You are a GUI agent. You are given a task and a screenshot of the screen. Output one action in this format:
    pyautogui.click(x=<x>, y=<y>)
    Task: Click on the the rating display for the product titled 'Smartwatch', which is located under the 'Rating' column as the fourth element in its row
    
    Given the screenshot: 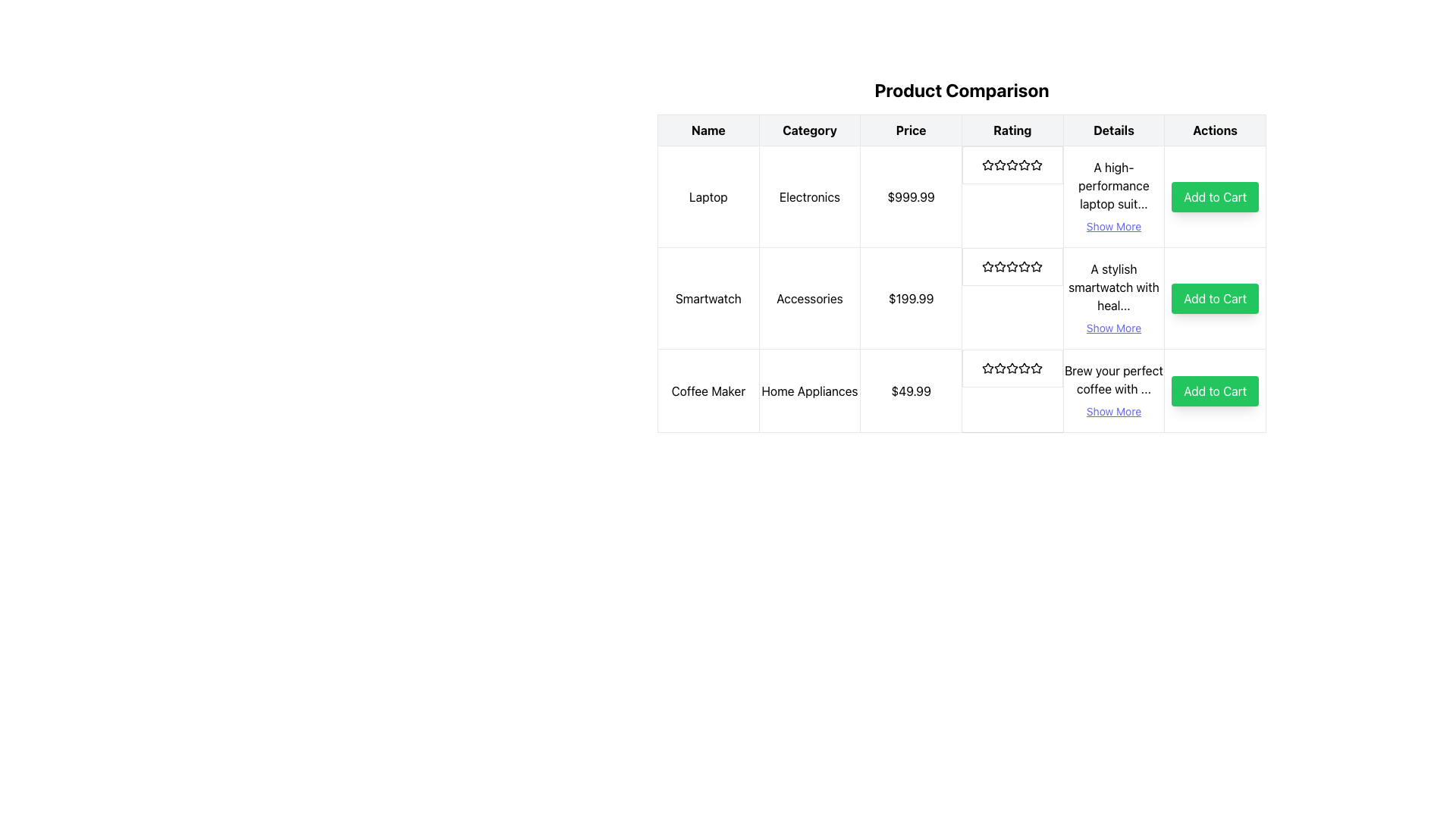 What is the action you would take?
    pyautogui.click(x=1012, y=265)
    